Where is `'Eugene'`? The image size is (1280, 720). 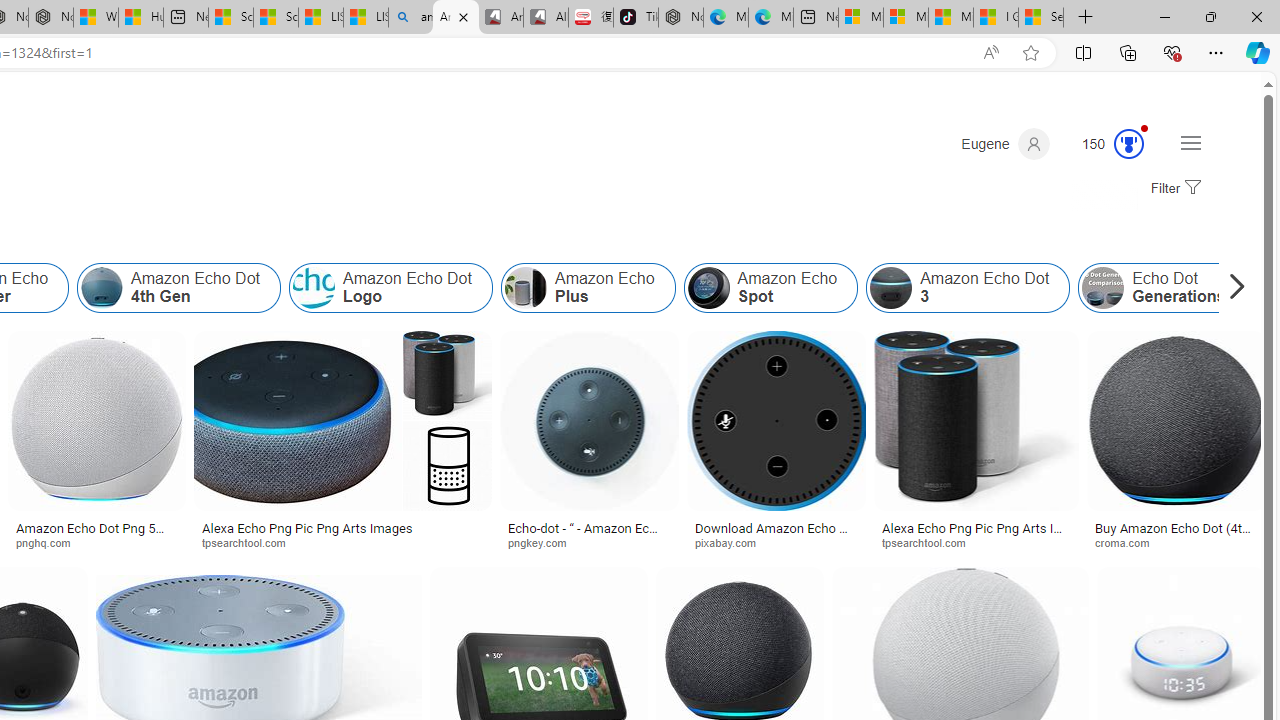 'Eugene' is located at coordinates (1005, 143).